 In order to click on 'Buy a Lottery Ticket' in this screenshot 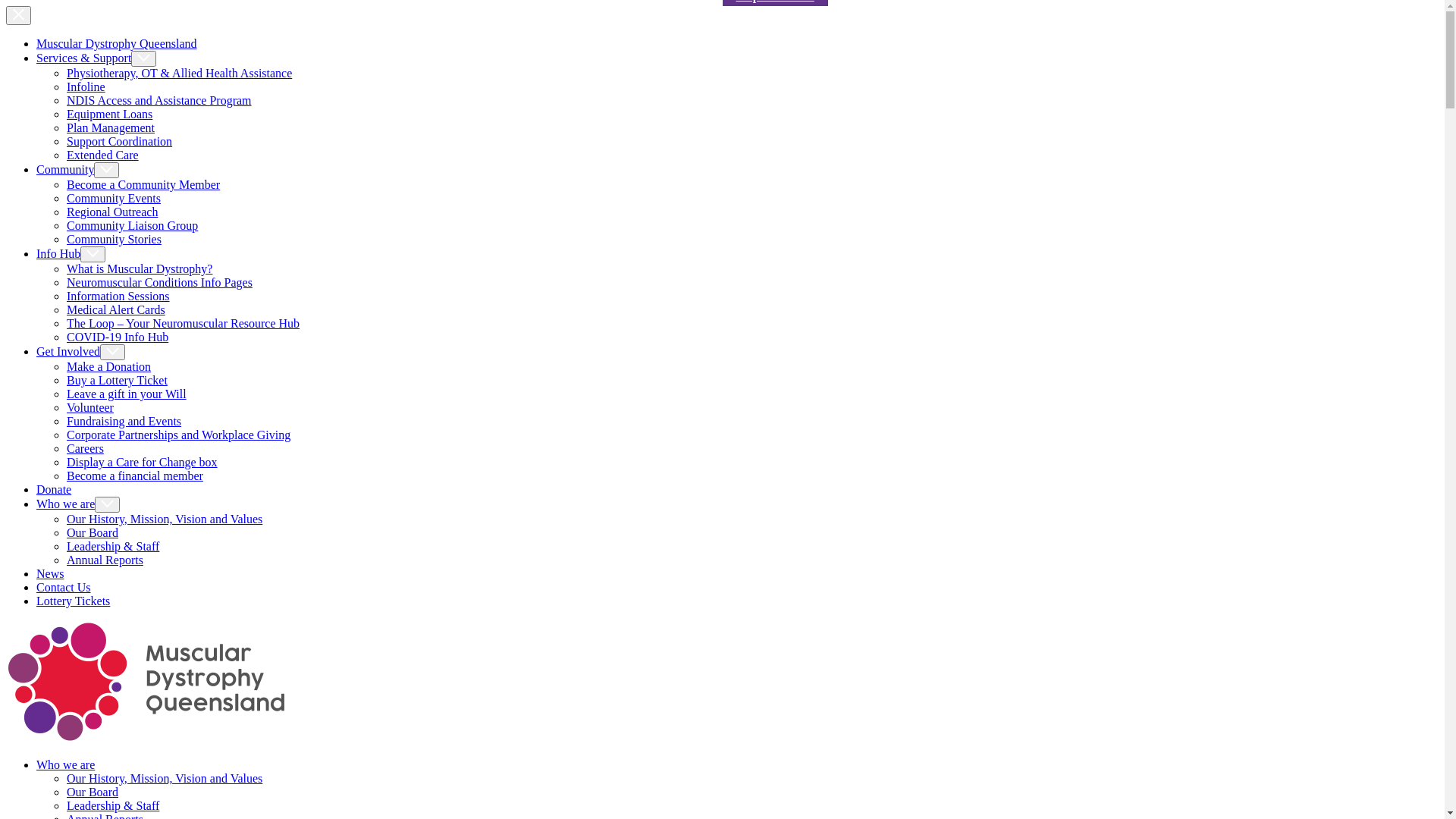, I will do `click(116, 379)`.